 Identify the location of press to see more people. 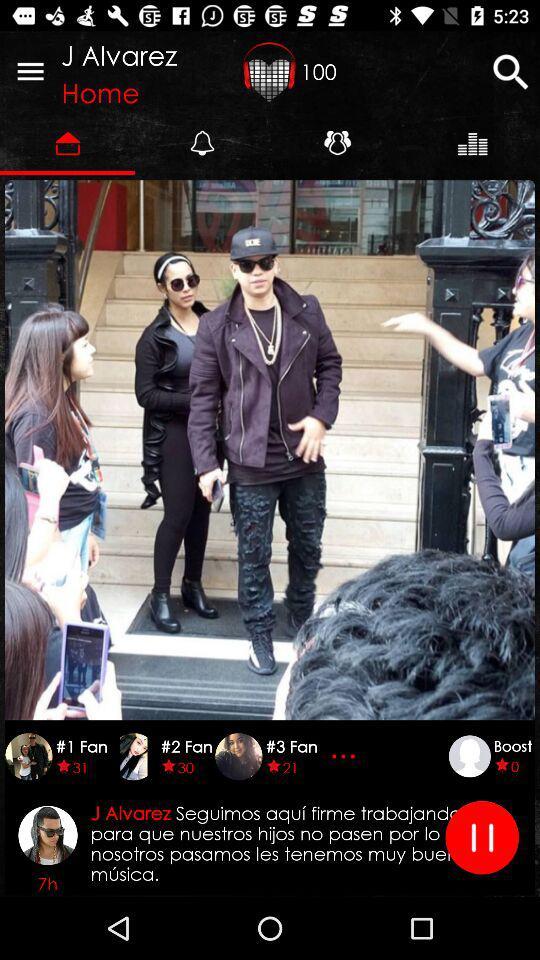
(345, 755).